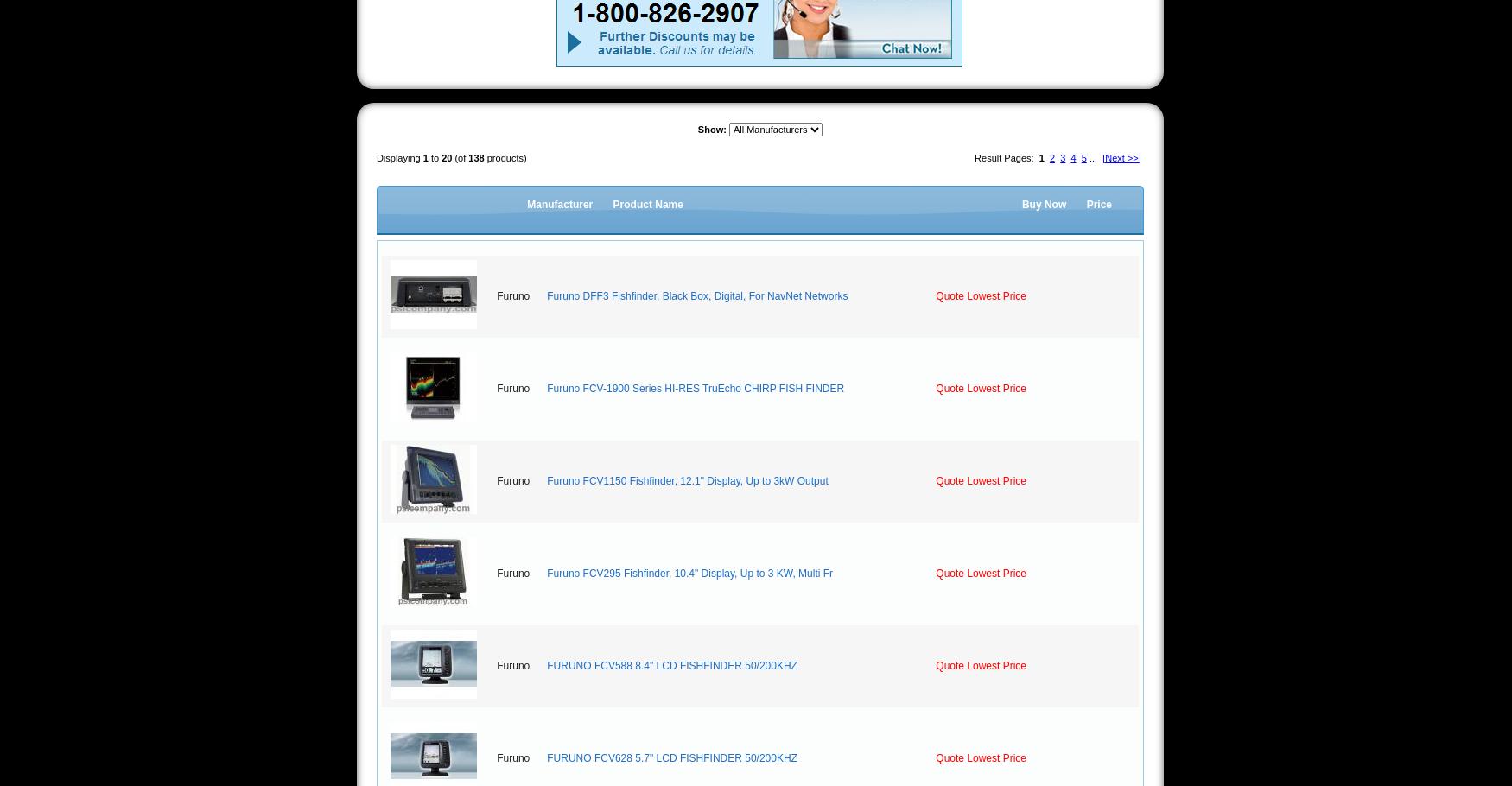 The width and height of the screenshot is (1512, 786). Describe the element at coordinates (451, 157) in the screenshot. I see `'(of'` at that location.